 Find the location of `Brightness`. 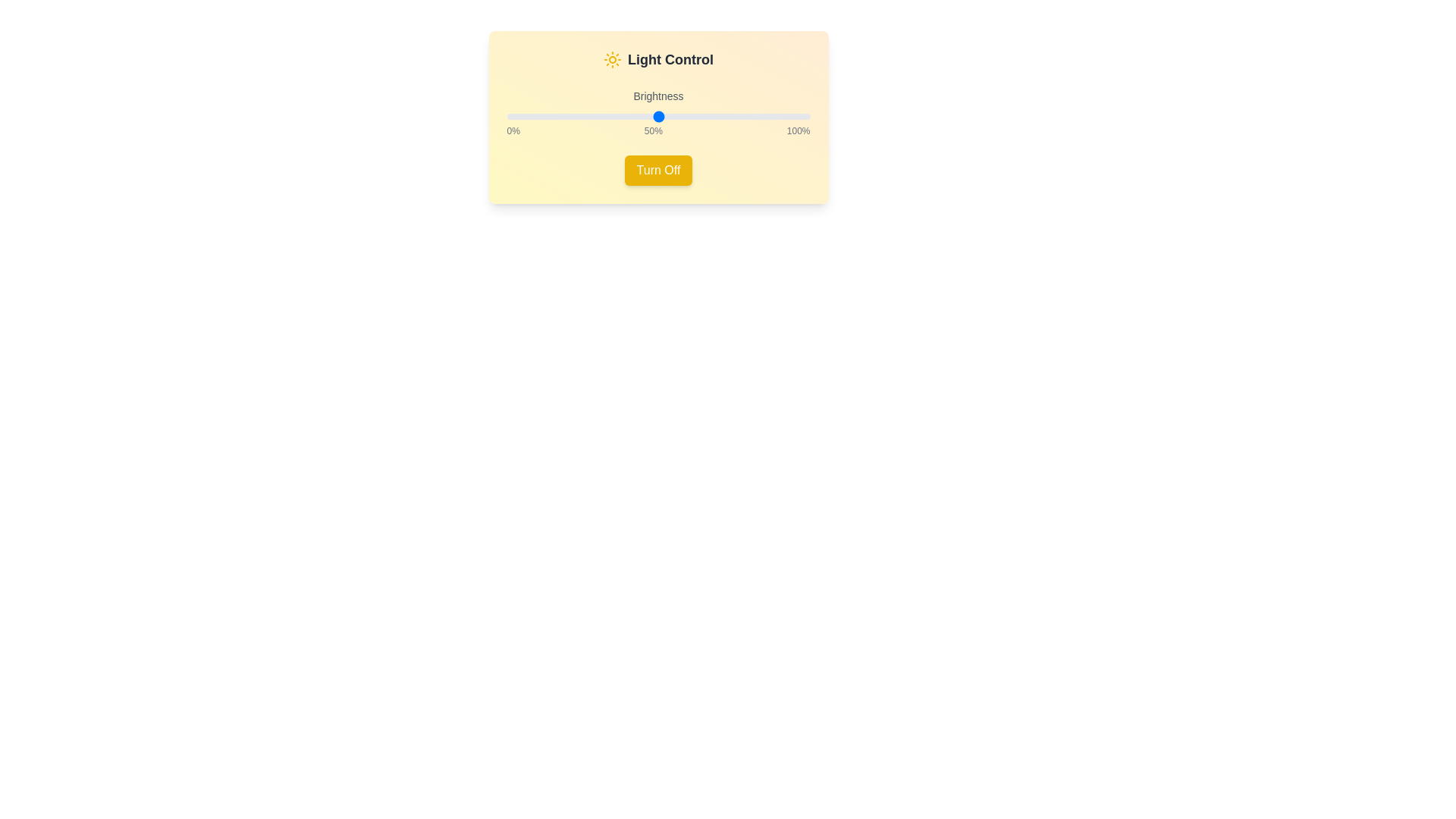

Brightness is located at coordinates (758, 116).